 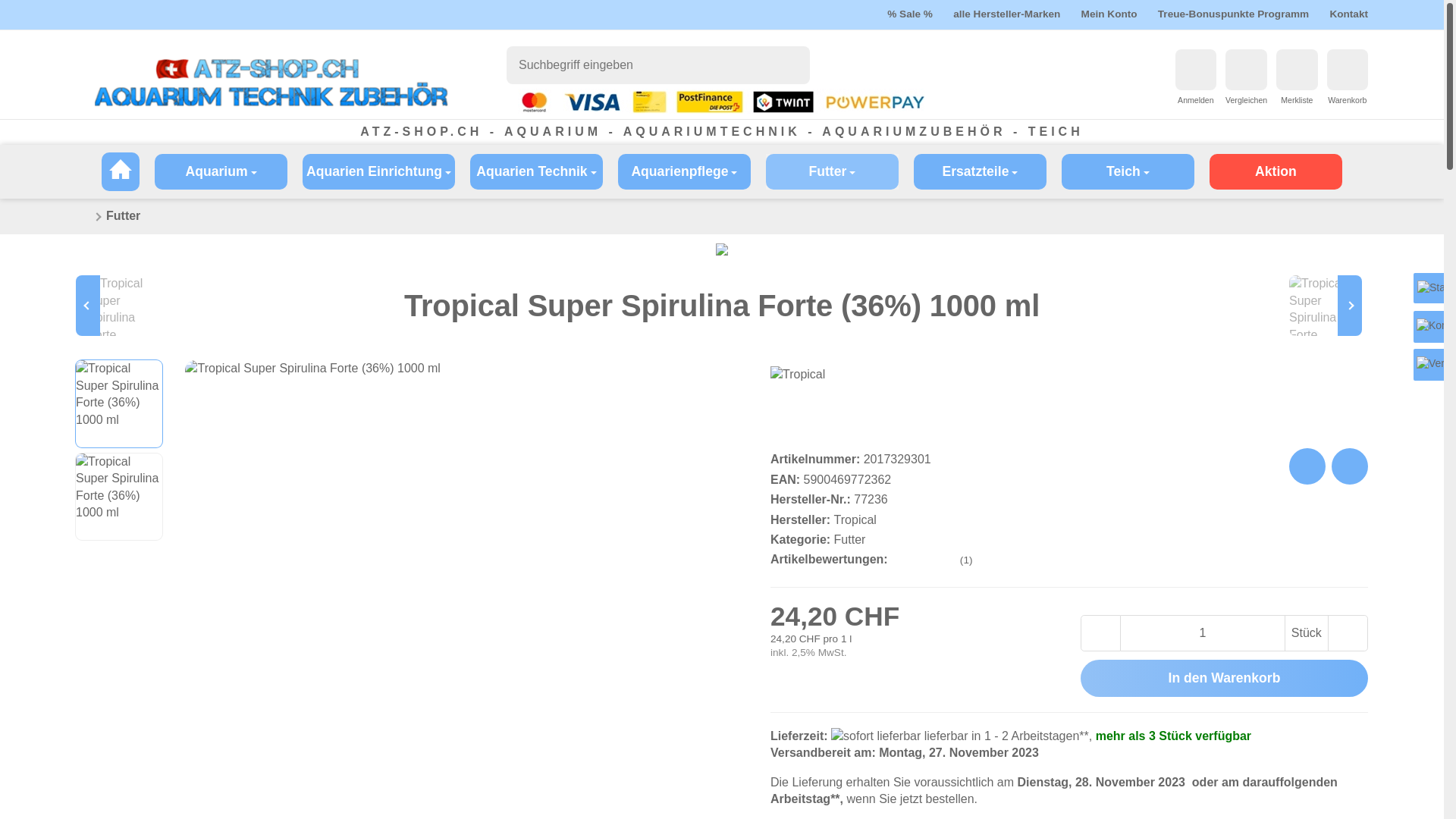 What do you see at coordinates (1233, 14) in the screenshot?
I see `'Treue-Bonuspunkte Programm'` at bounding box center [1233, 14].